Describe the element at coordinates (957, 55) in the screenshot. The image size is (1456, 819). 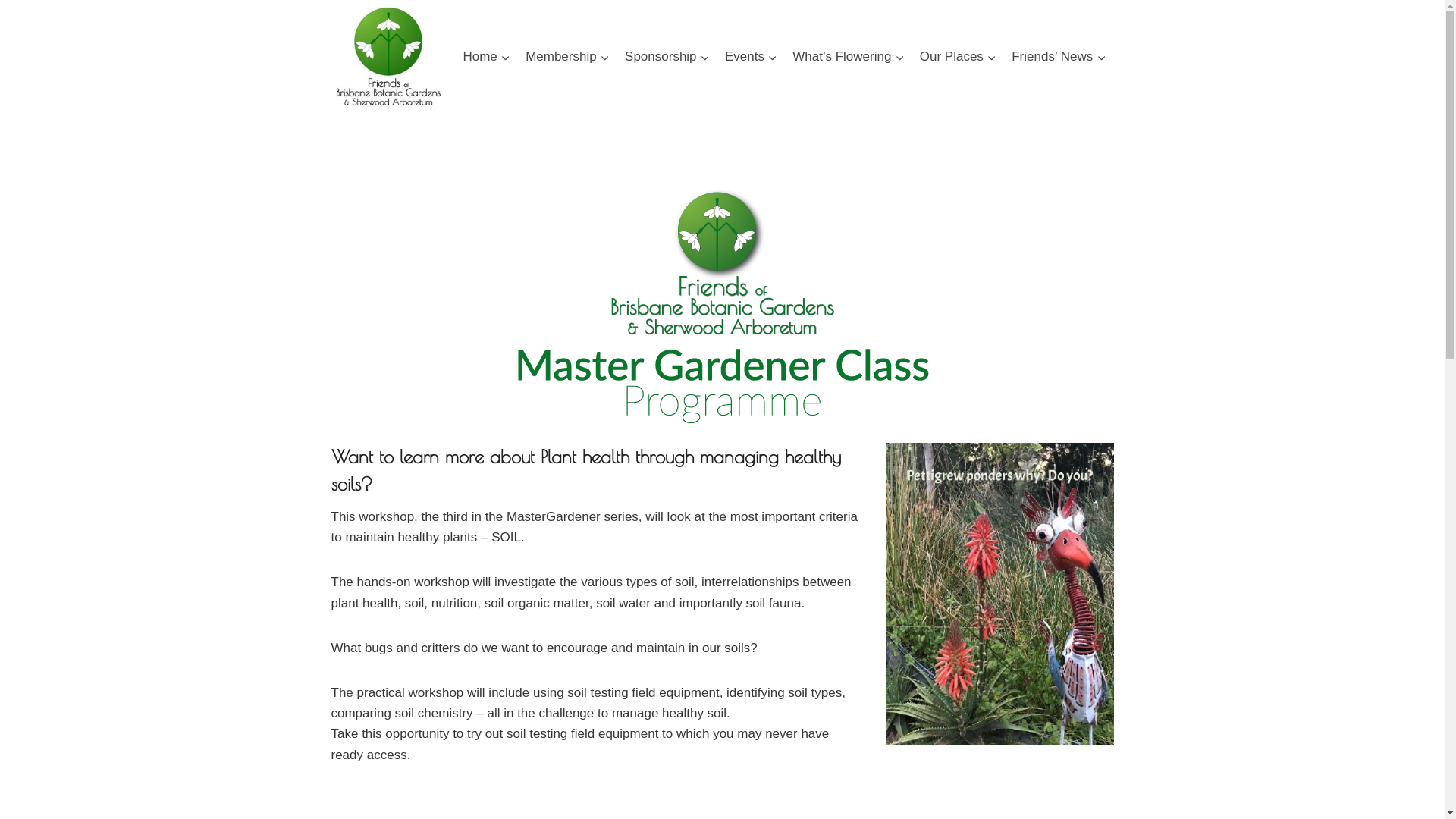
I see `'Our Places'` at that location.